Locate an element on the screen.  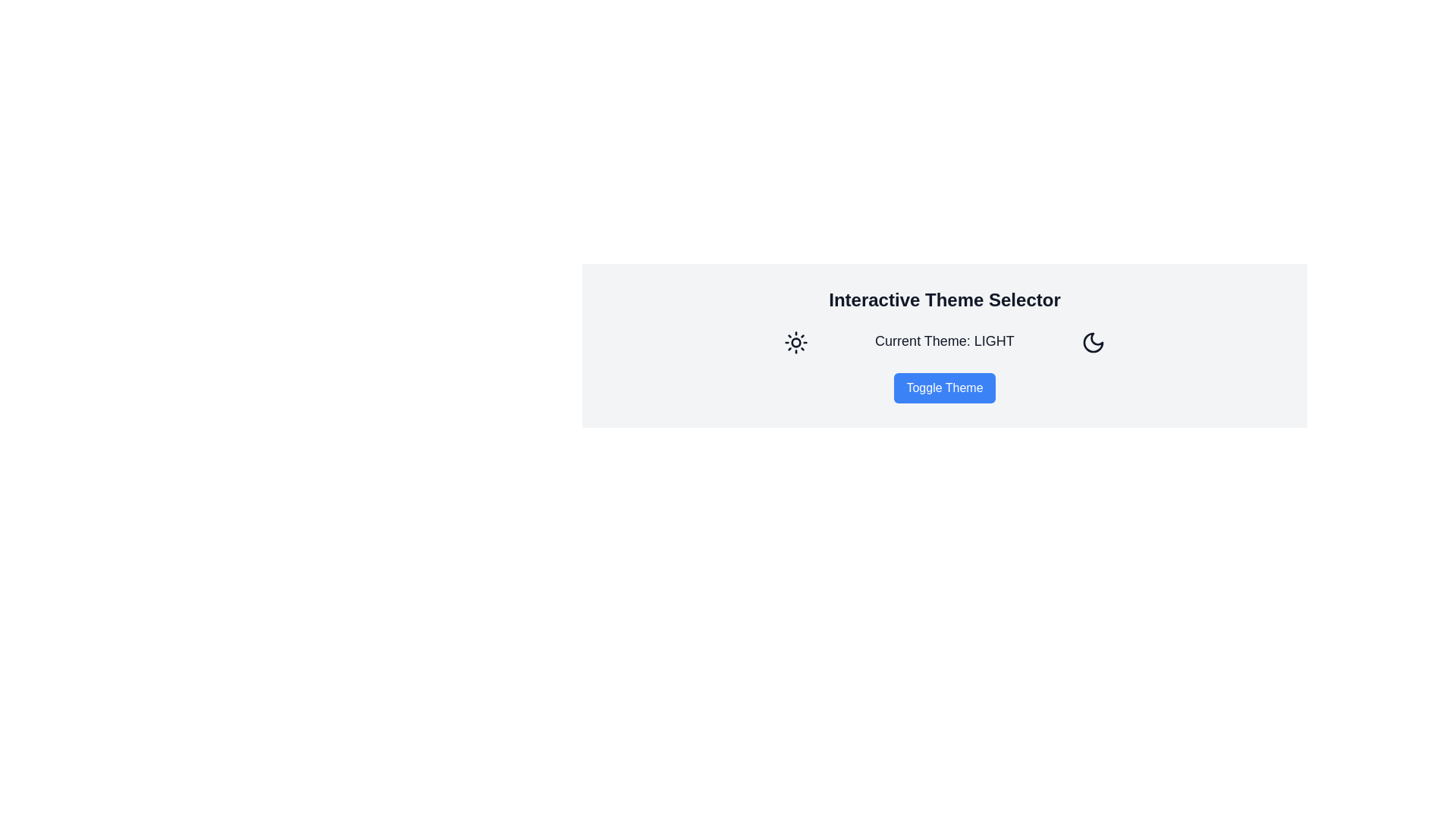
the nighttime or dark theme mode icon located on the right side in the central region of the interface layout is located at coordinates (1093, 342).